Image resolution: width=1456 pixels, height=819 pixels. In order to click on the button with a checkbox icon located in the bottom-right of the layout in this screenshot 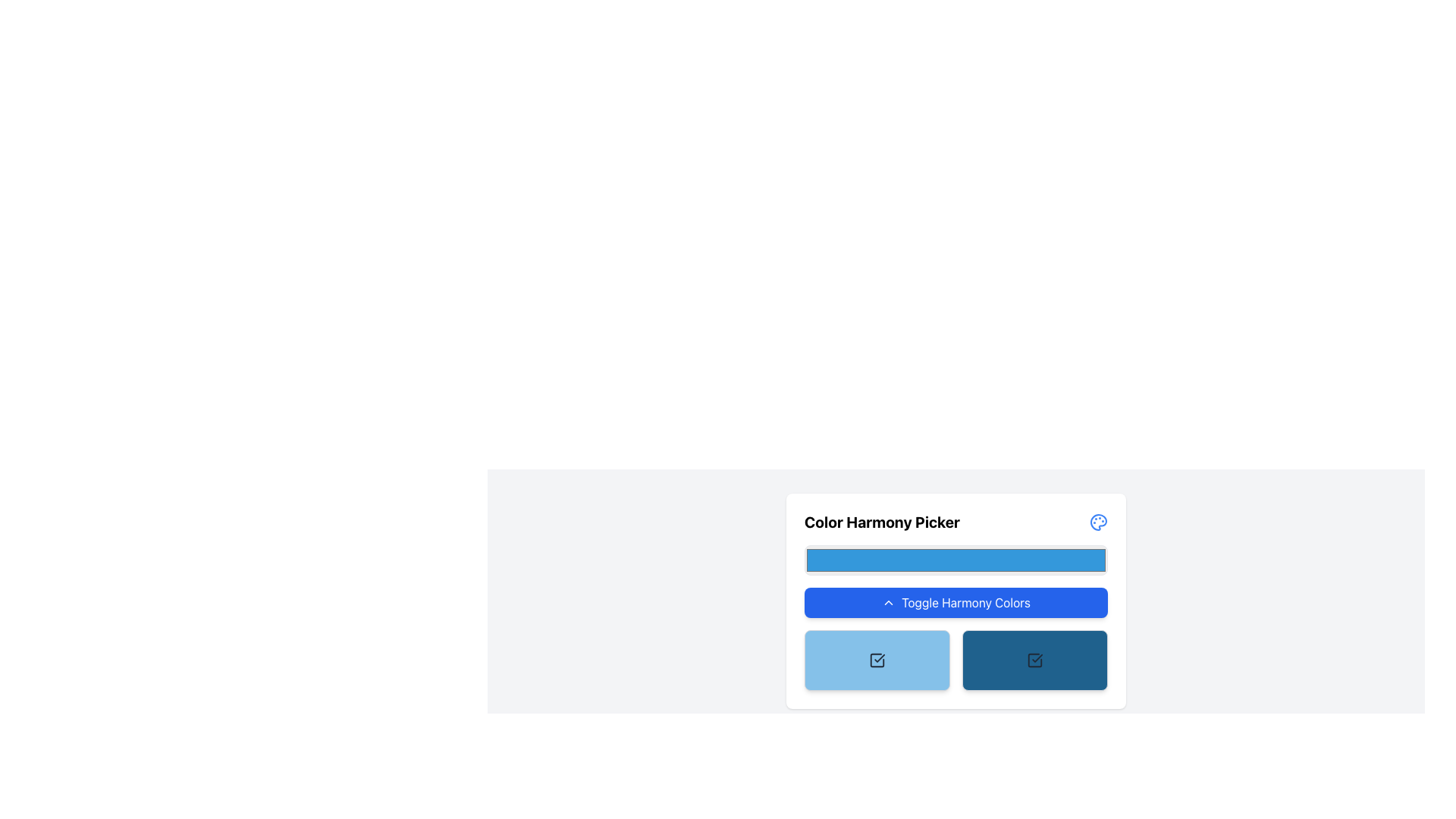, I will do `click(1034, 660)`.